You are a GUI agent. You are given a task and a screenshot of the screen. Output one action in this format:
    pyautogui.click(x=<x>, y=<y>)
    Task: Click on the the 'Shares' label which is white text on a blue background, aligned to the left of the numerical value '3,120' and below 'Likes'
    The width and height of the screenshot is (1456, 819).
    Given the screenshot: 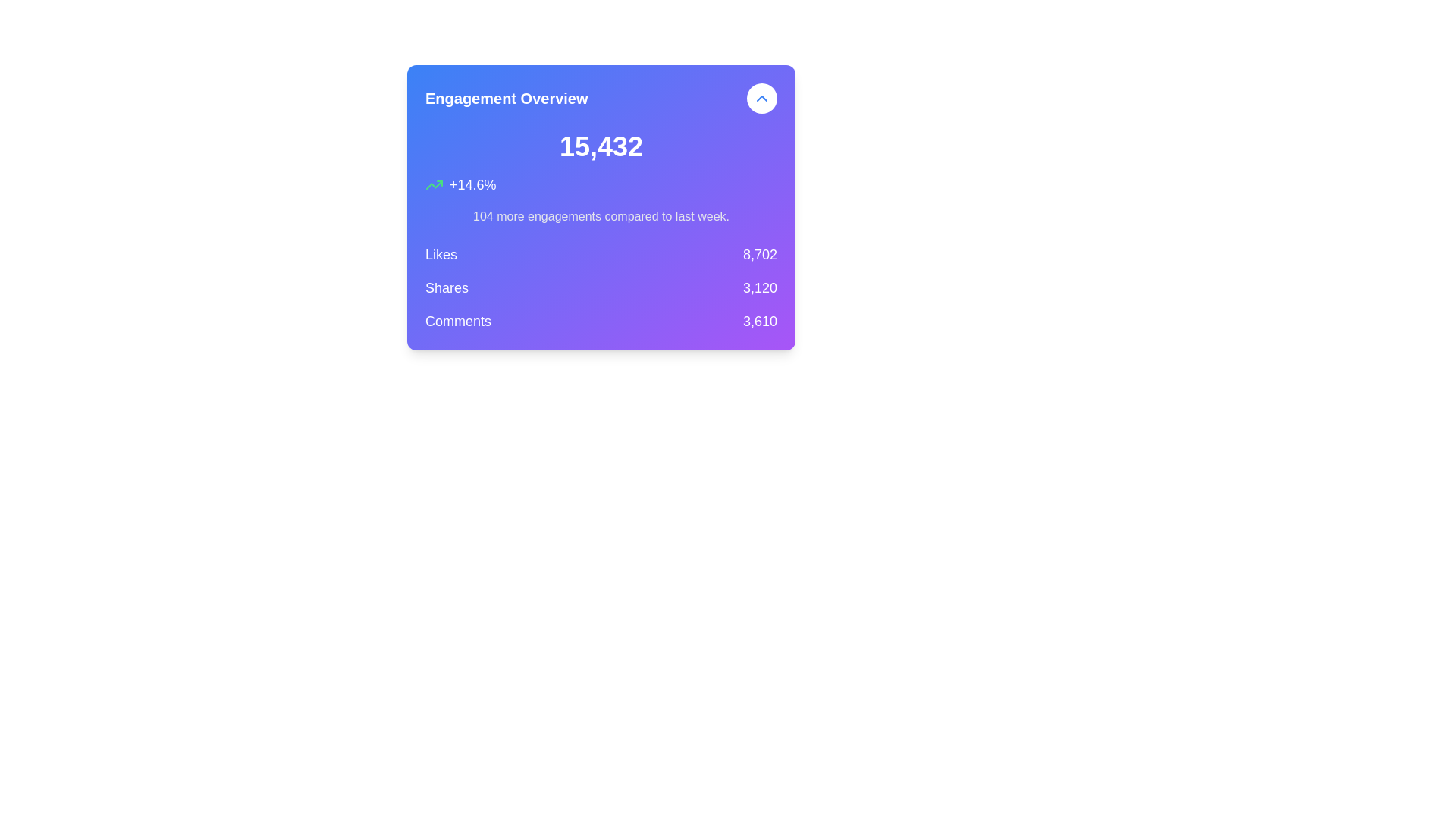 What is the action you would take?
    pyautogui.click(x=446, y=288)
    